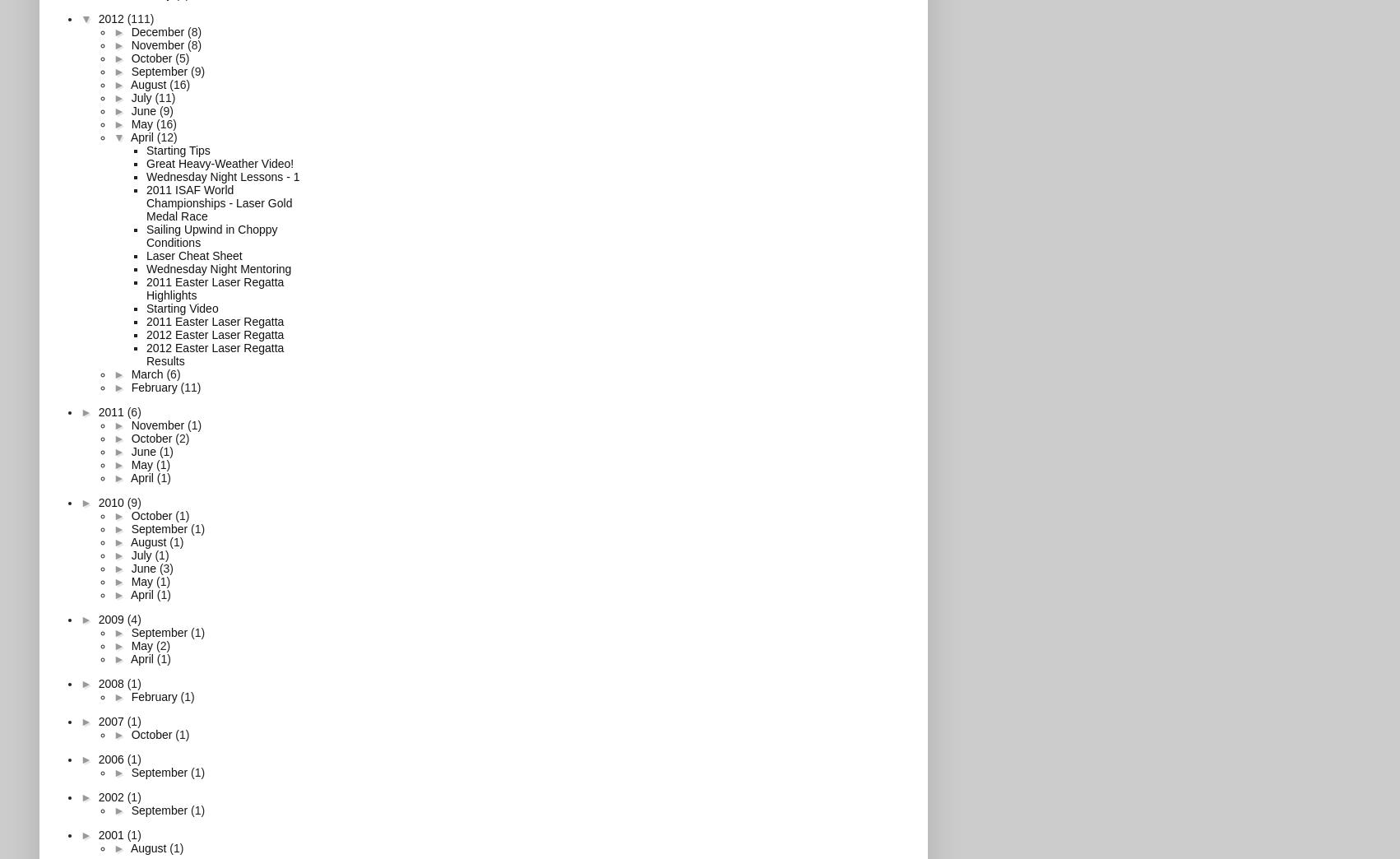 This screenshot has width=1400, height=859. I want to click on '2002', so click(112, 795).